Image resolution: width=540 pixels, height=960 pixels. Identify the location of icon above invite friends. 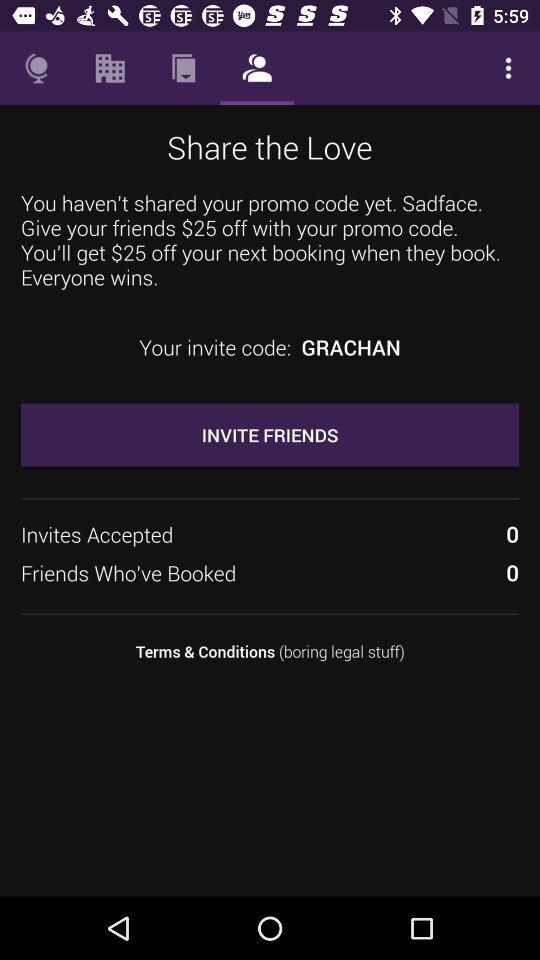
(350, 347).